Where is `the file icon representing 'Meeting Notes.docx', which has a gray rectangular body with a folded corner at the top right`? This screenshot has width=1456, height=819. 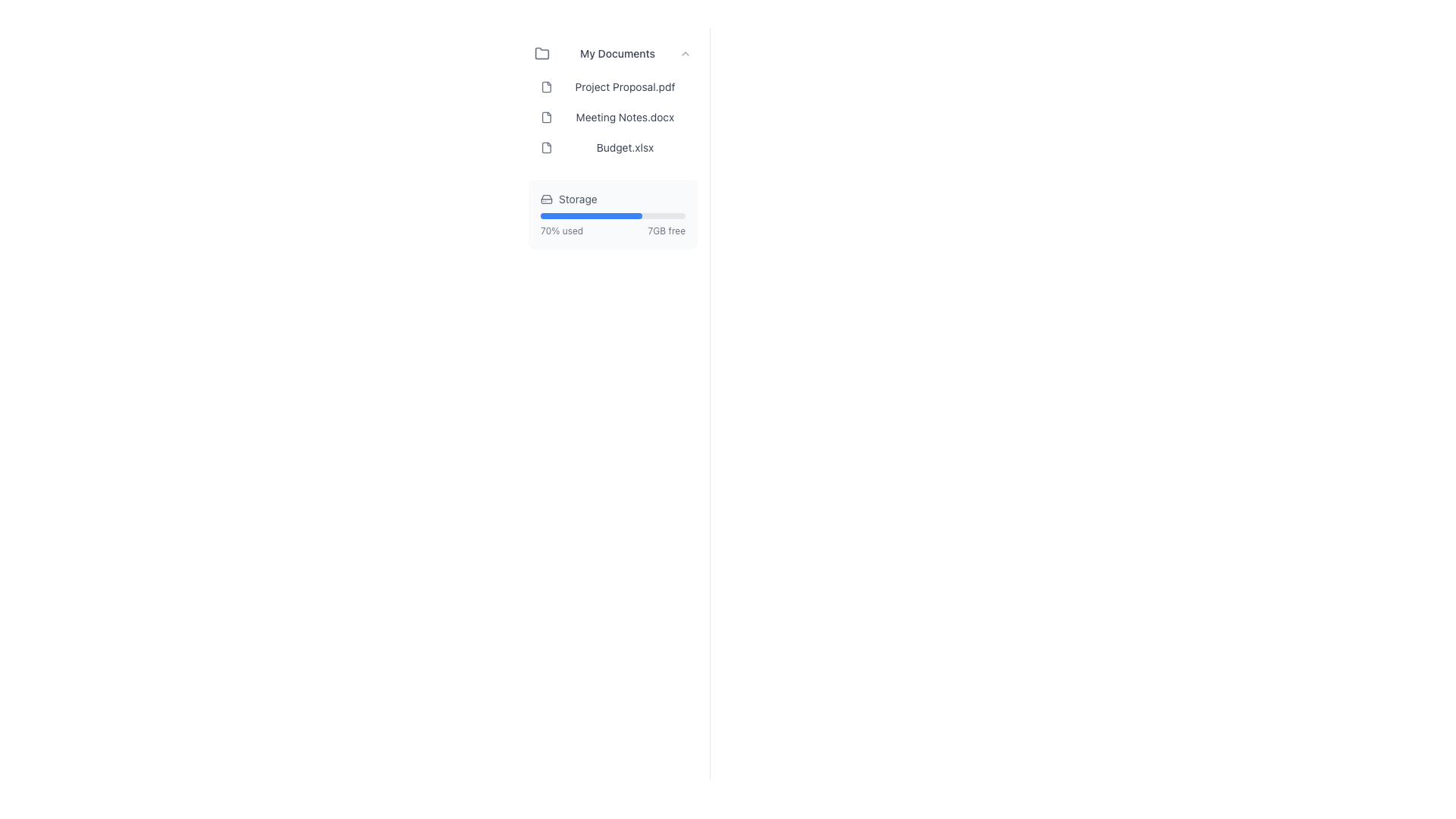 the file icon representing 'Meeting Notes.docx', which has a gray rectangular body with a folded corner at the top right is located at coordinates (546, 116).